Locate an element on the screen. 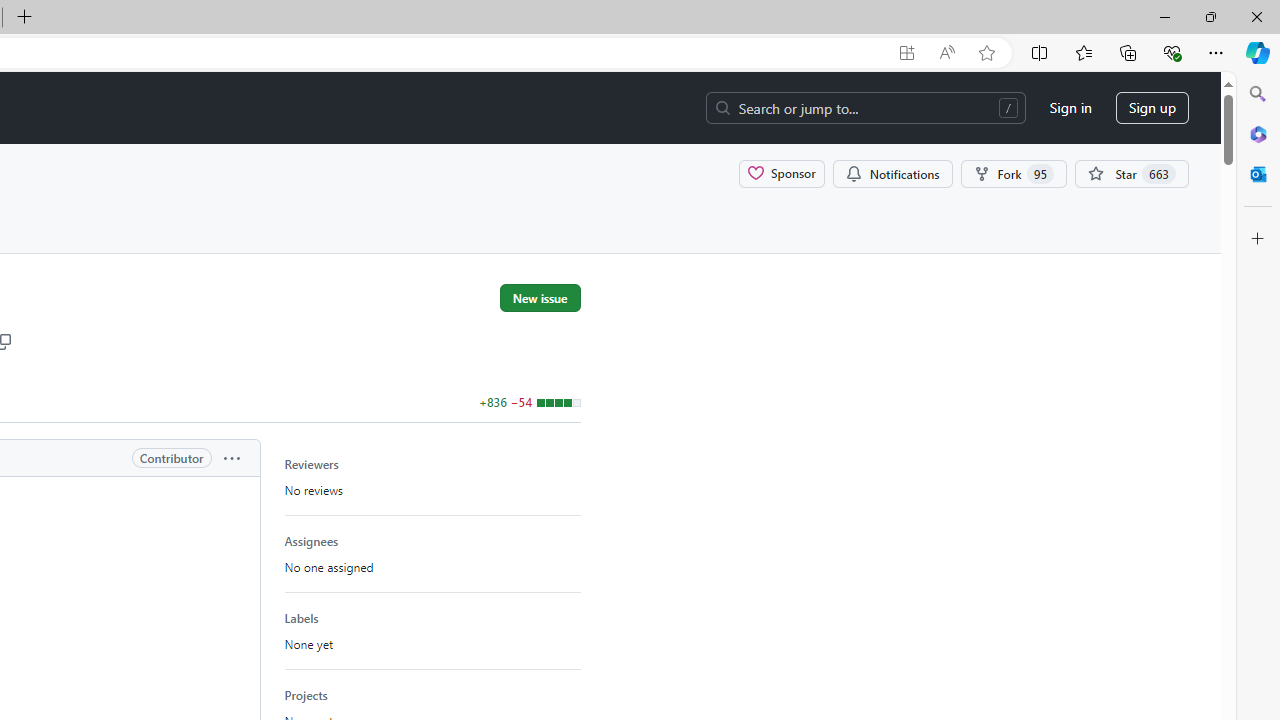  'Sponsor MajkiIT/polish-ads-filter' is located at coordinates (781, 172).